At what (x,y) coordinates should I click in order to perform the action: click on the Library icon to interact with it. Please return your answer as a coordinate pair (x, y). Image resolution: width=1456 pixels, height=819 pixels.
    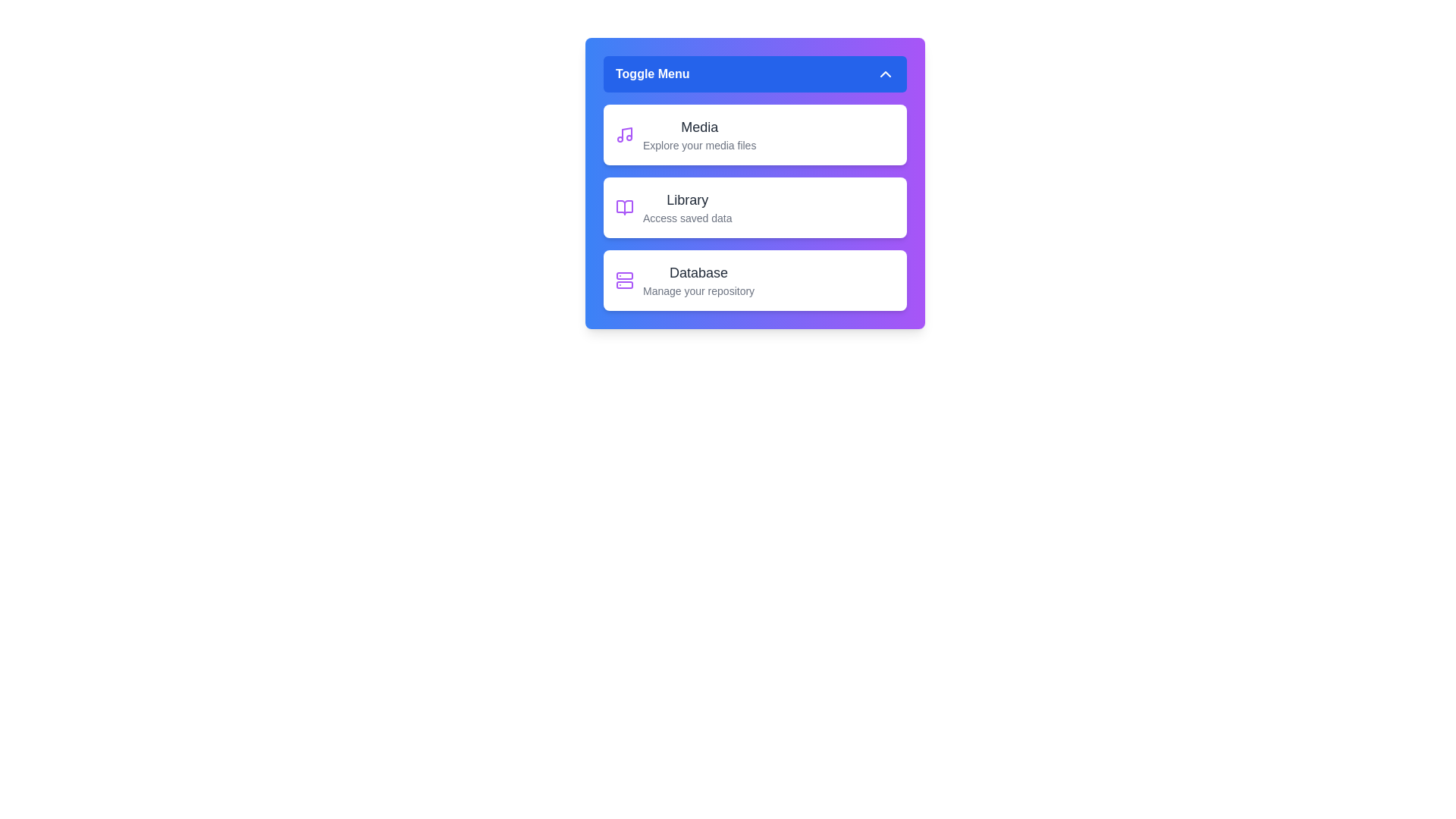
    Looking at the image, I should click on (625, 207).